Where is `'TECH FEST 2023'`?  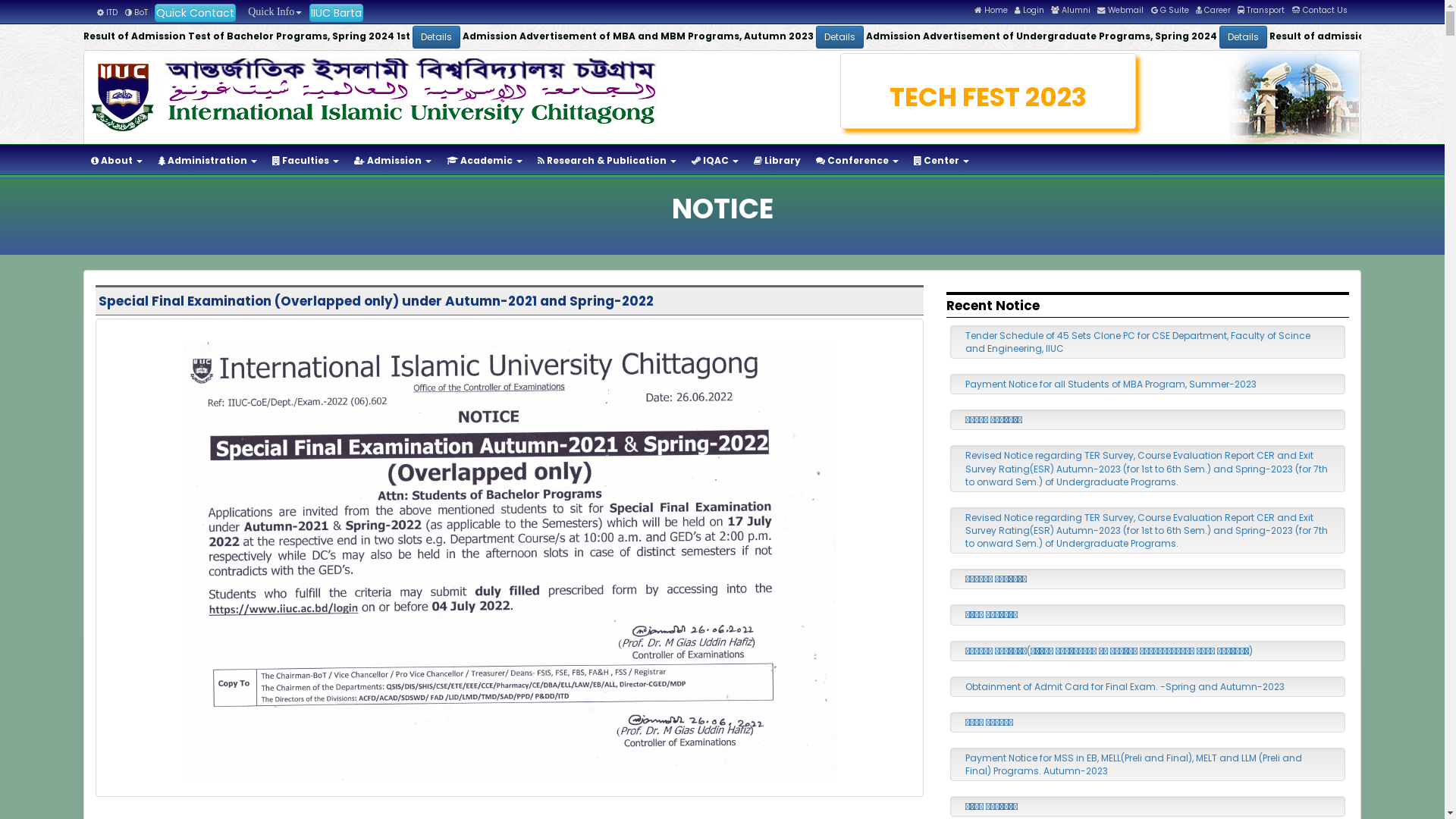 'TECH FEST 2023' is located at coordinates (988, 97).